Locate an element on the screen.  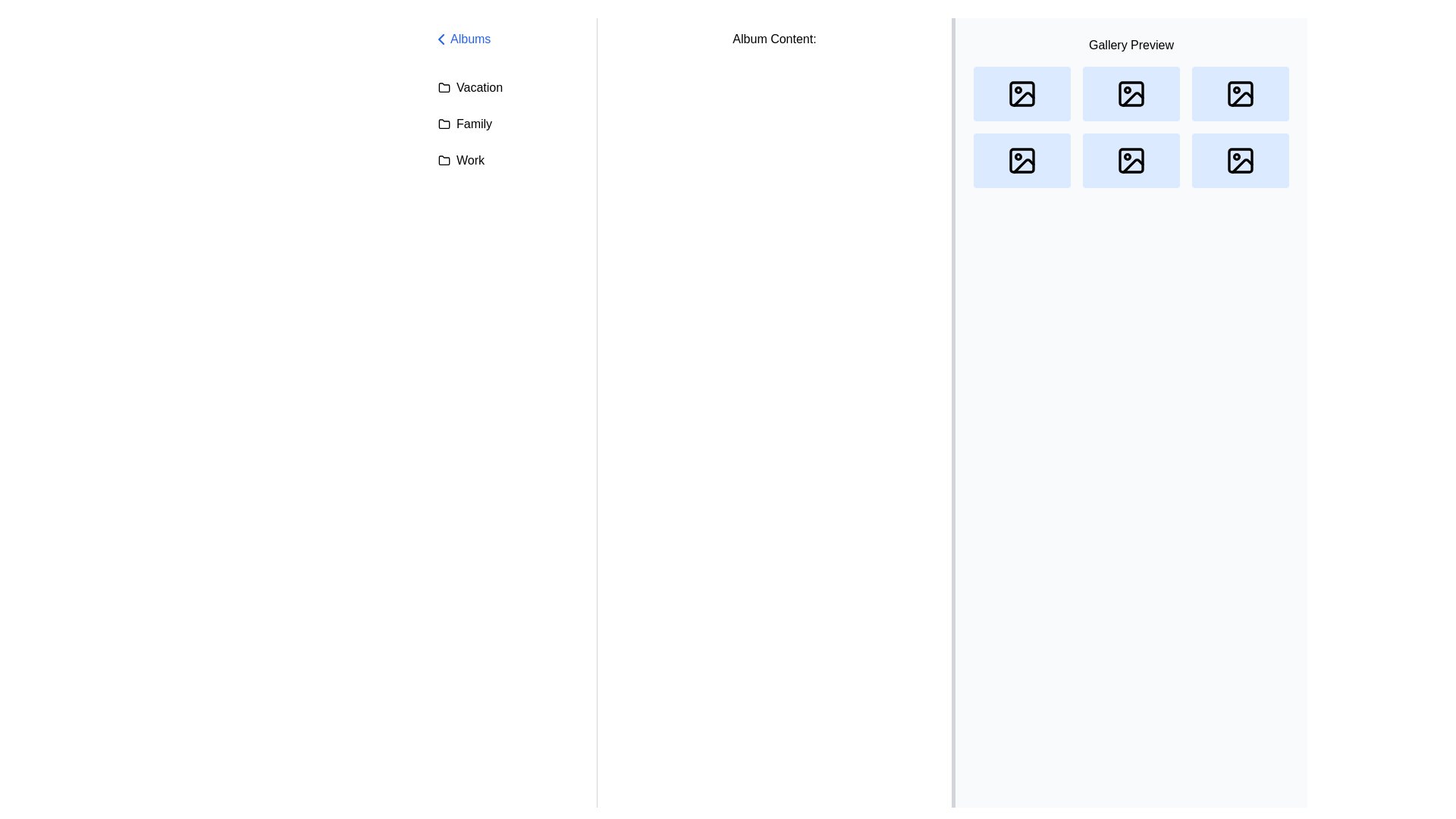
the second item in the vertical list located in the left sidebar, which represents the 'Family' category is located at coordinates (508, 124).